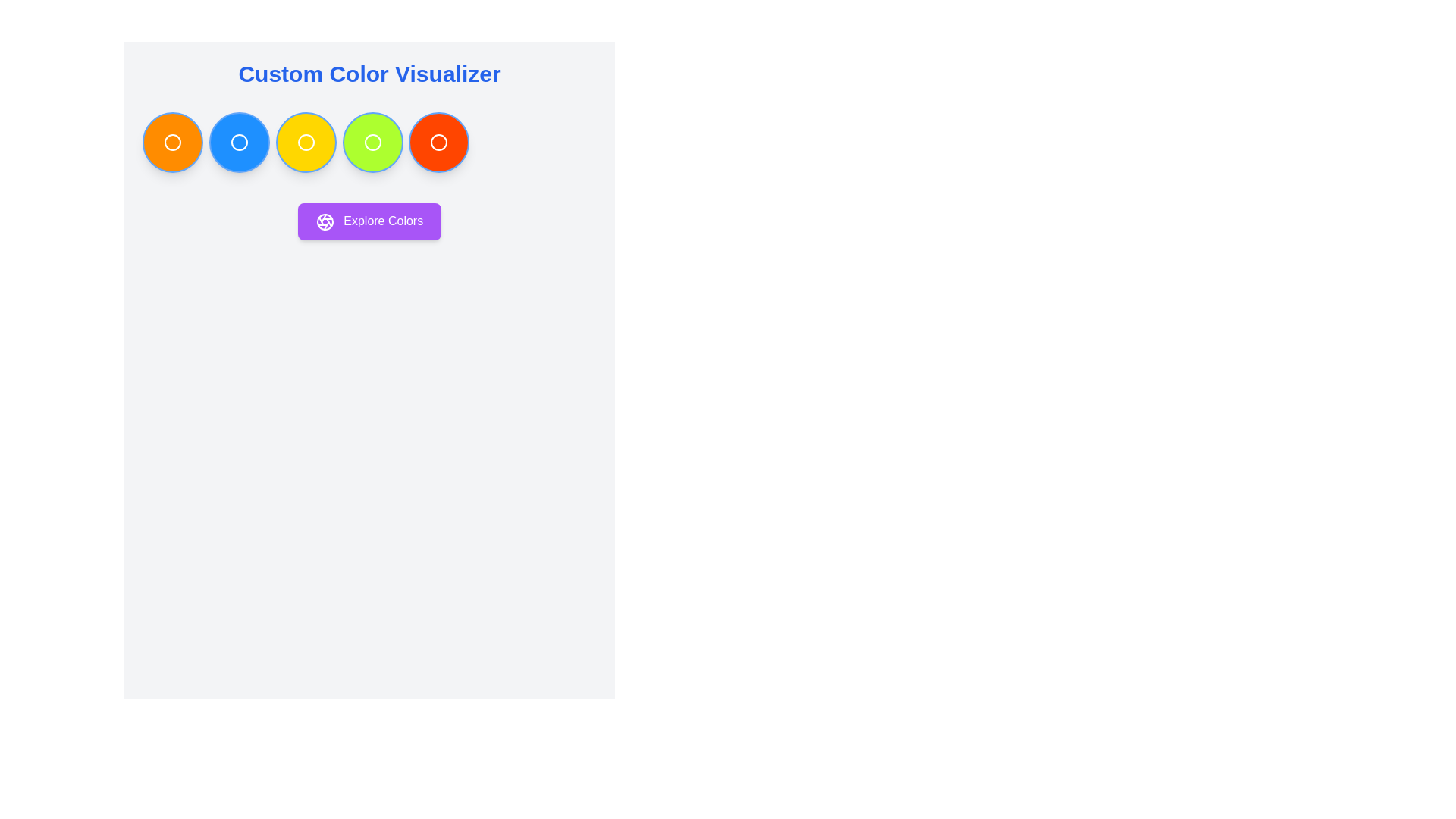  What do you see at coordinates (172, 143) in the screenshot?
I see `the circular button with an orange background and blue border, located below the heading 'Custom Color Visualizer'` at bounding box center [172, 143].